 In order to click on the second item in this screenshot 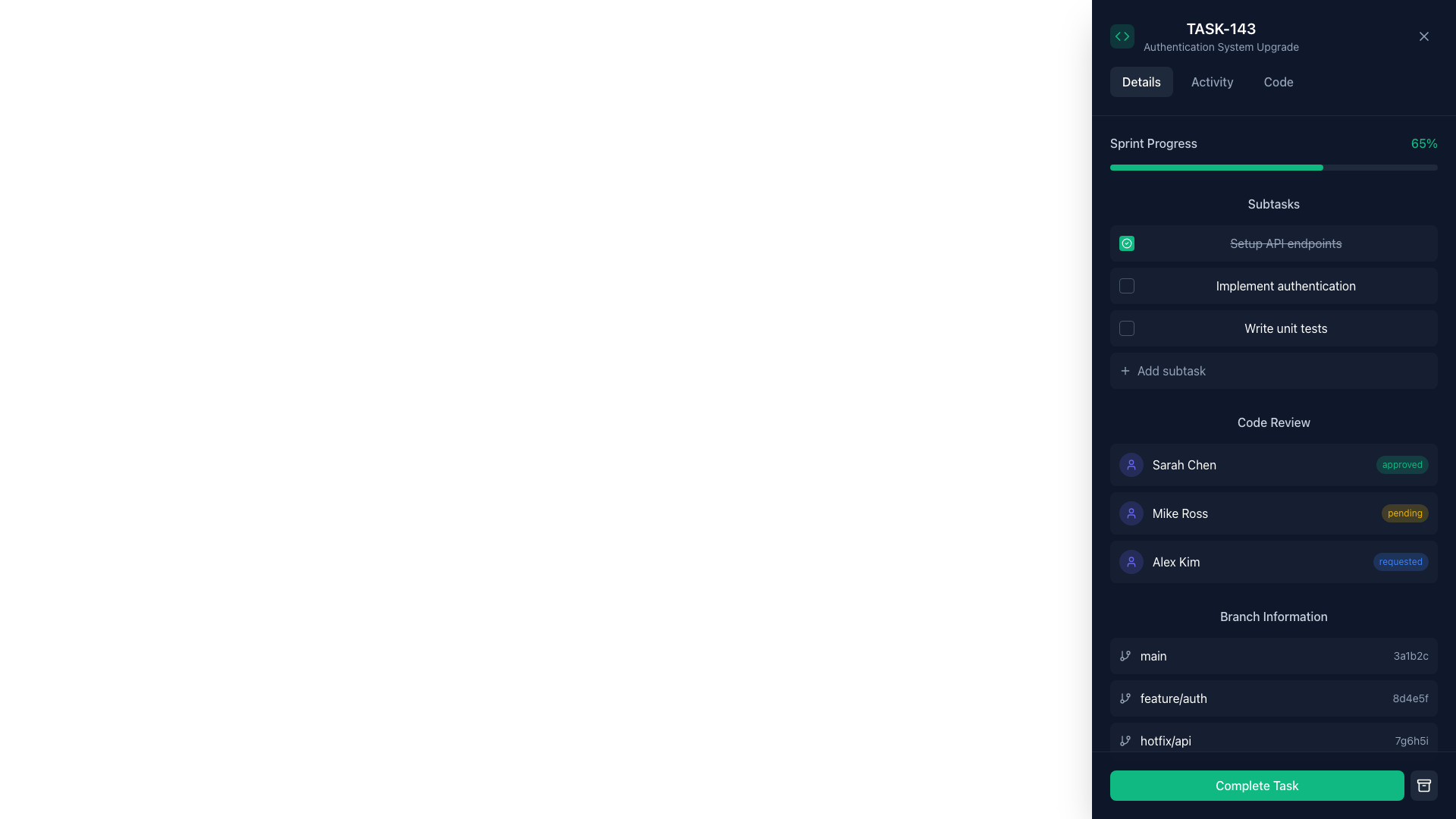, I will do `click(1274, 683)`.